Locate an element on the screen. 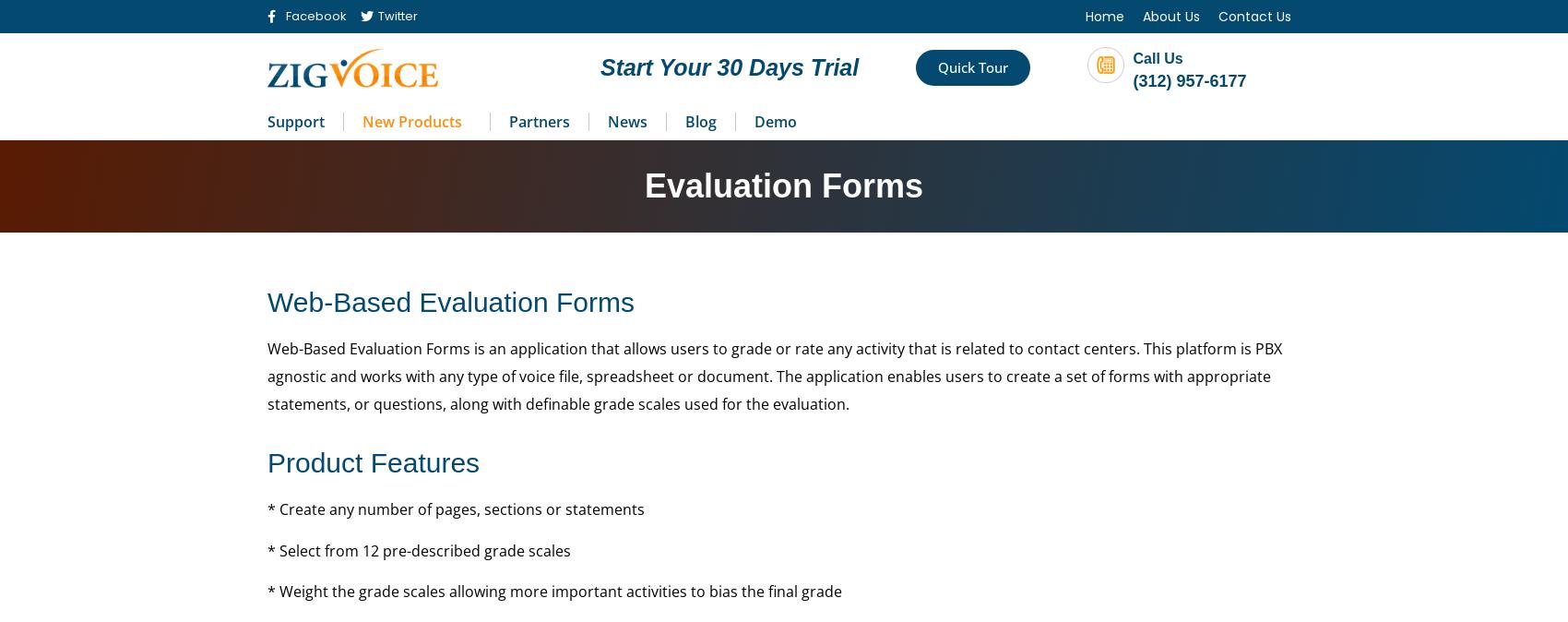  'Web-Based Evaluation Forms' is located at coordinates (450, 301).